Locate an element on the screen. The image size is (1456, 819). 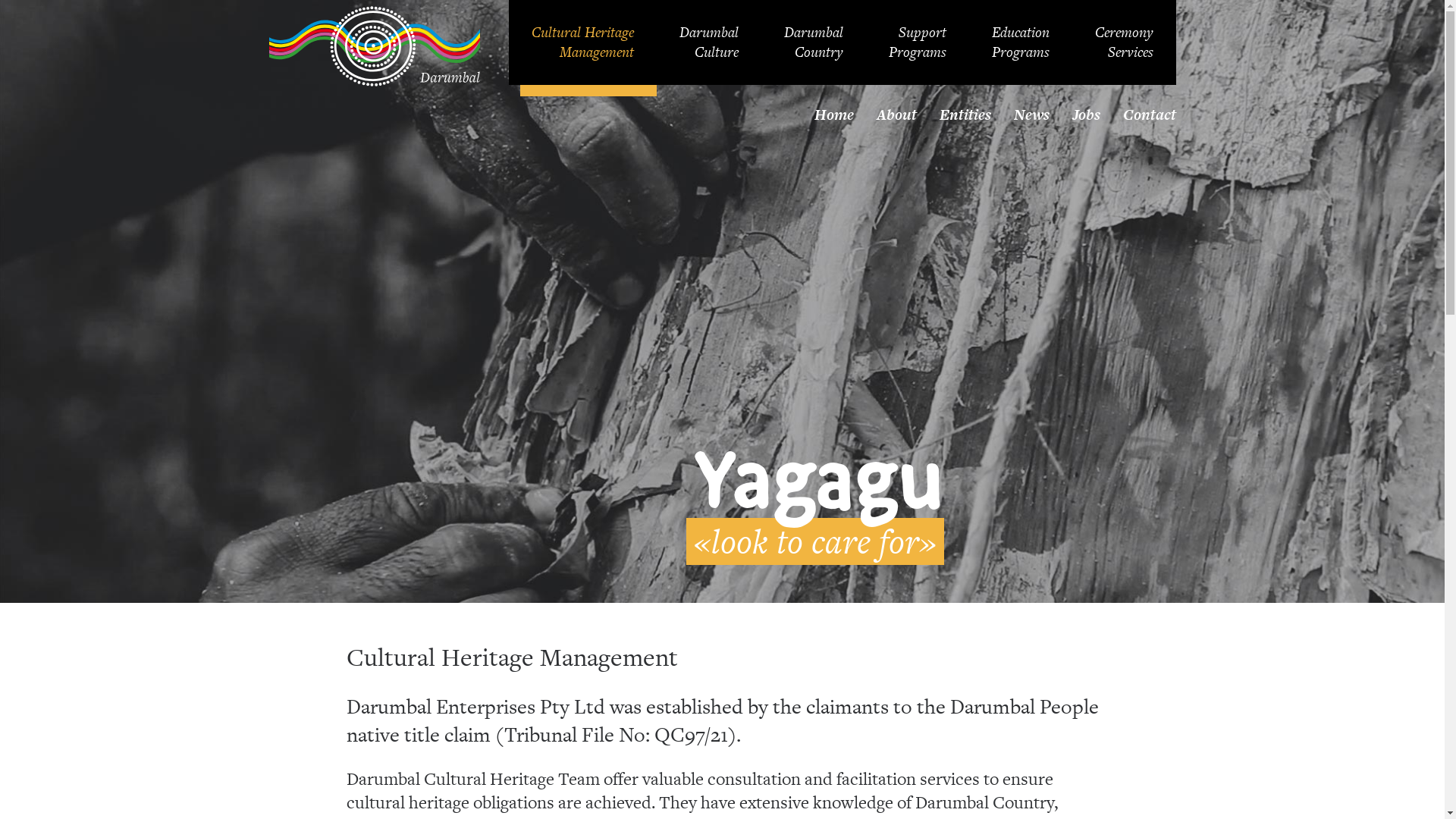
'Support is located at coordinates (916, 42).